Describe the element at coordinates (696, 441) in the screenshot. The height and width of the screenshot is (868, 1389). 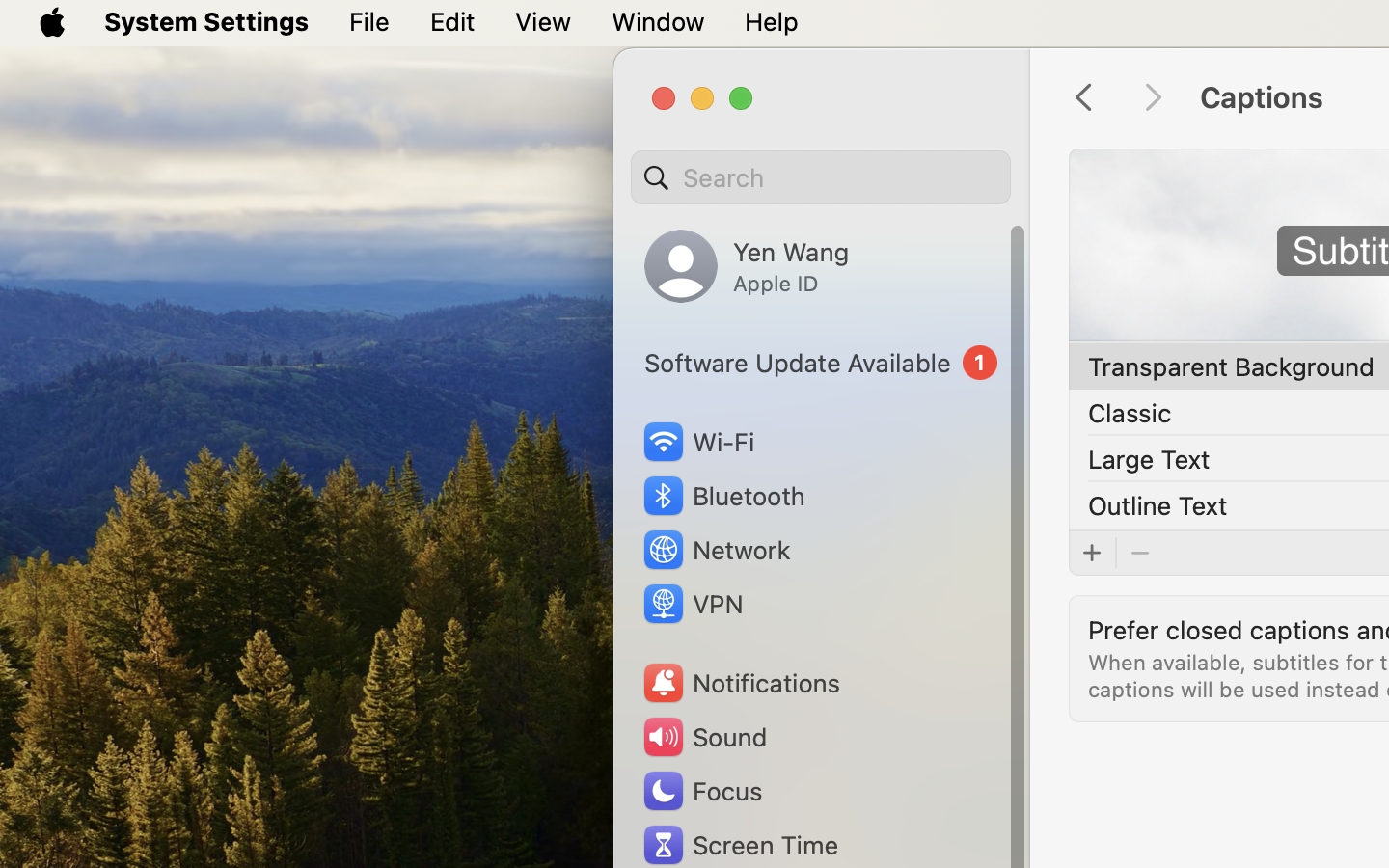
I see `'Wi‑Fi'` at that location.